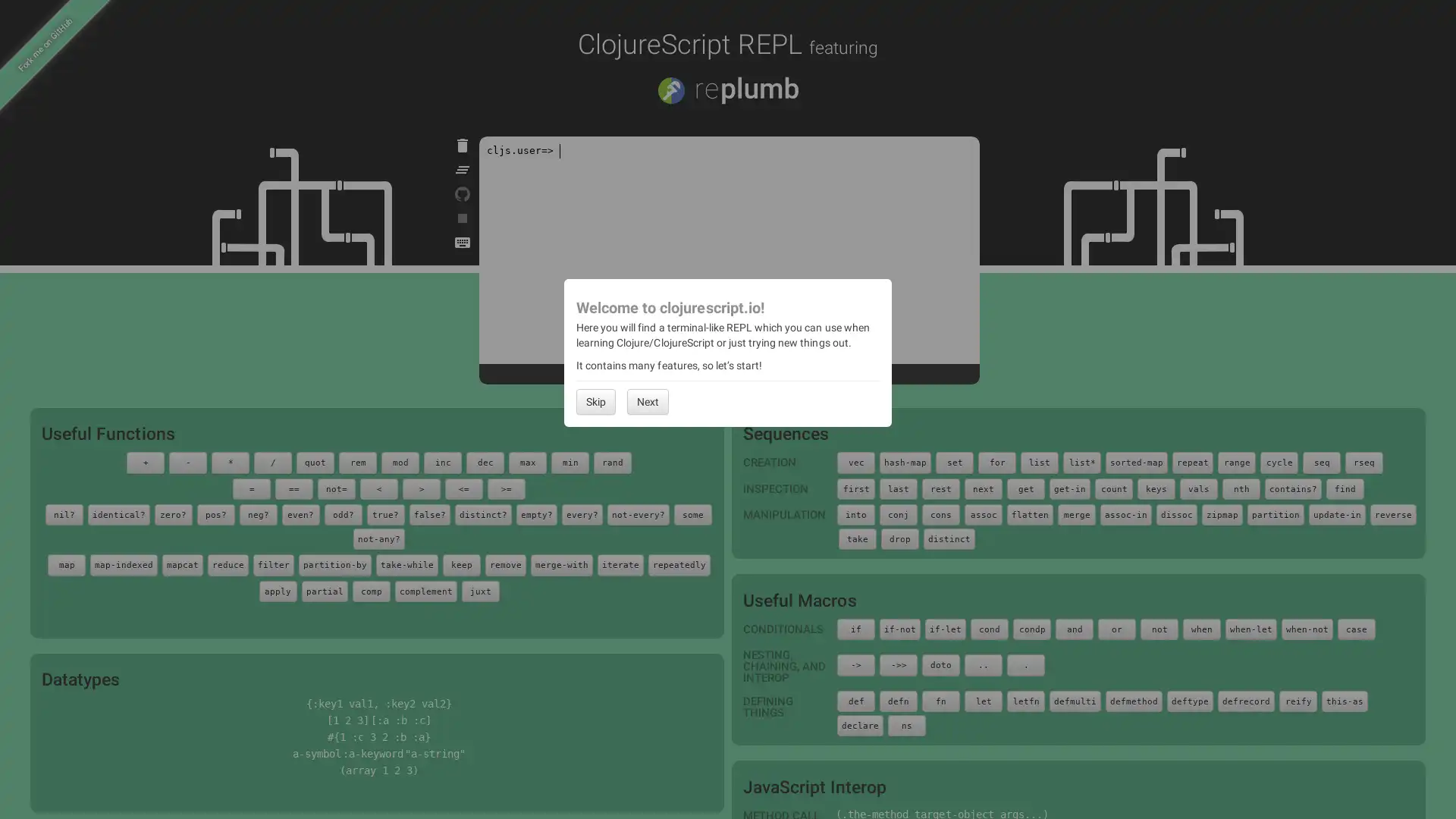  I want to click on >, so click(422, 488).